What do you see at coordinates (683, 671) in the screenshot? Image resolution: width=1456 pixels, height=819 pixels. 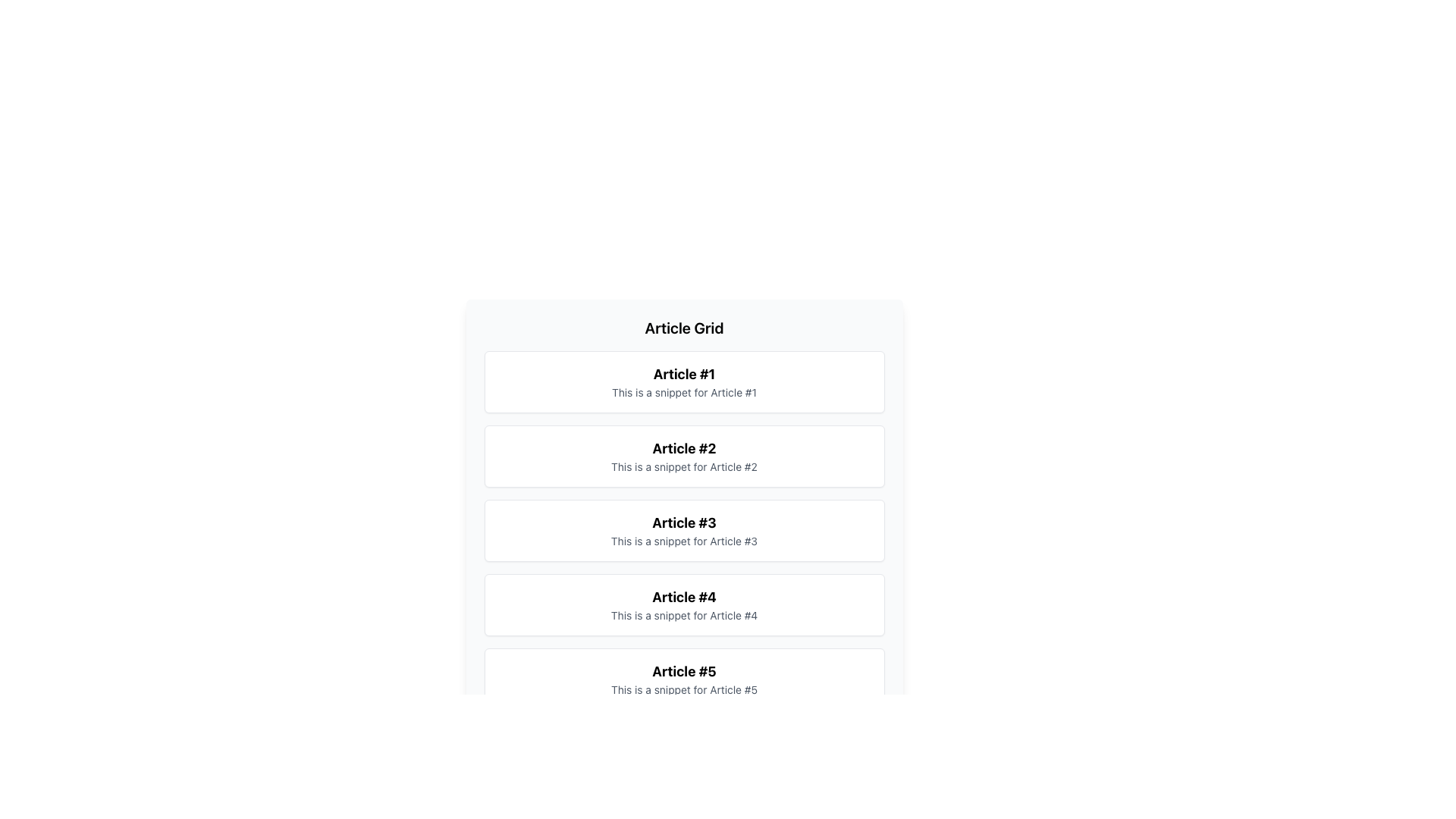 I see `bold black text label displaying 'Article #5', which is positioned at the top of the fifth card in a vertically stacked list of cards` at bounding box center [683, 671].